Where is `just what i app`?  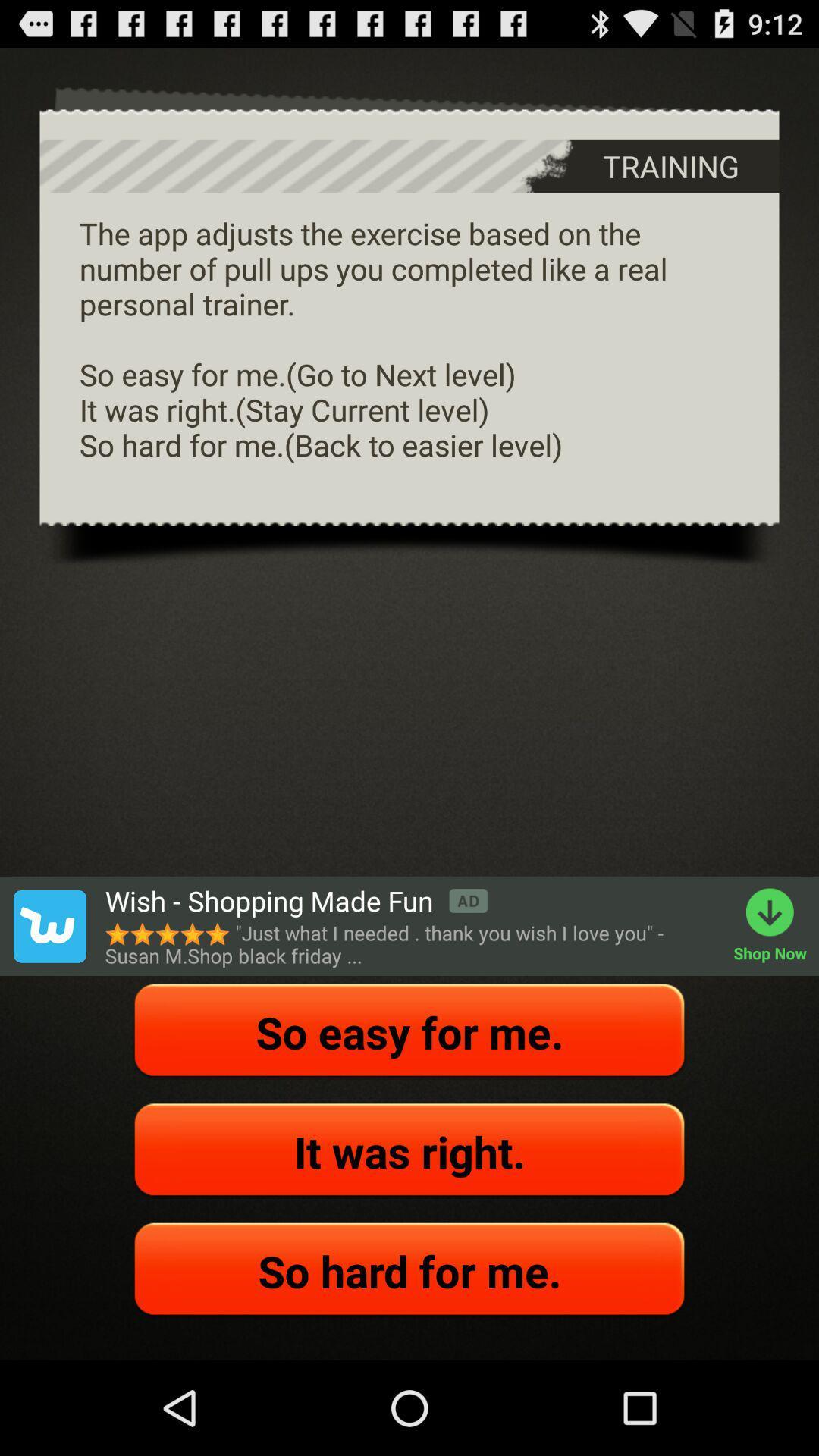
just what i app is located at coordinates (411, 943).